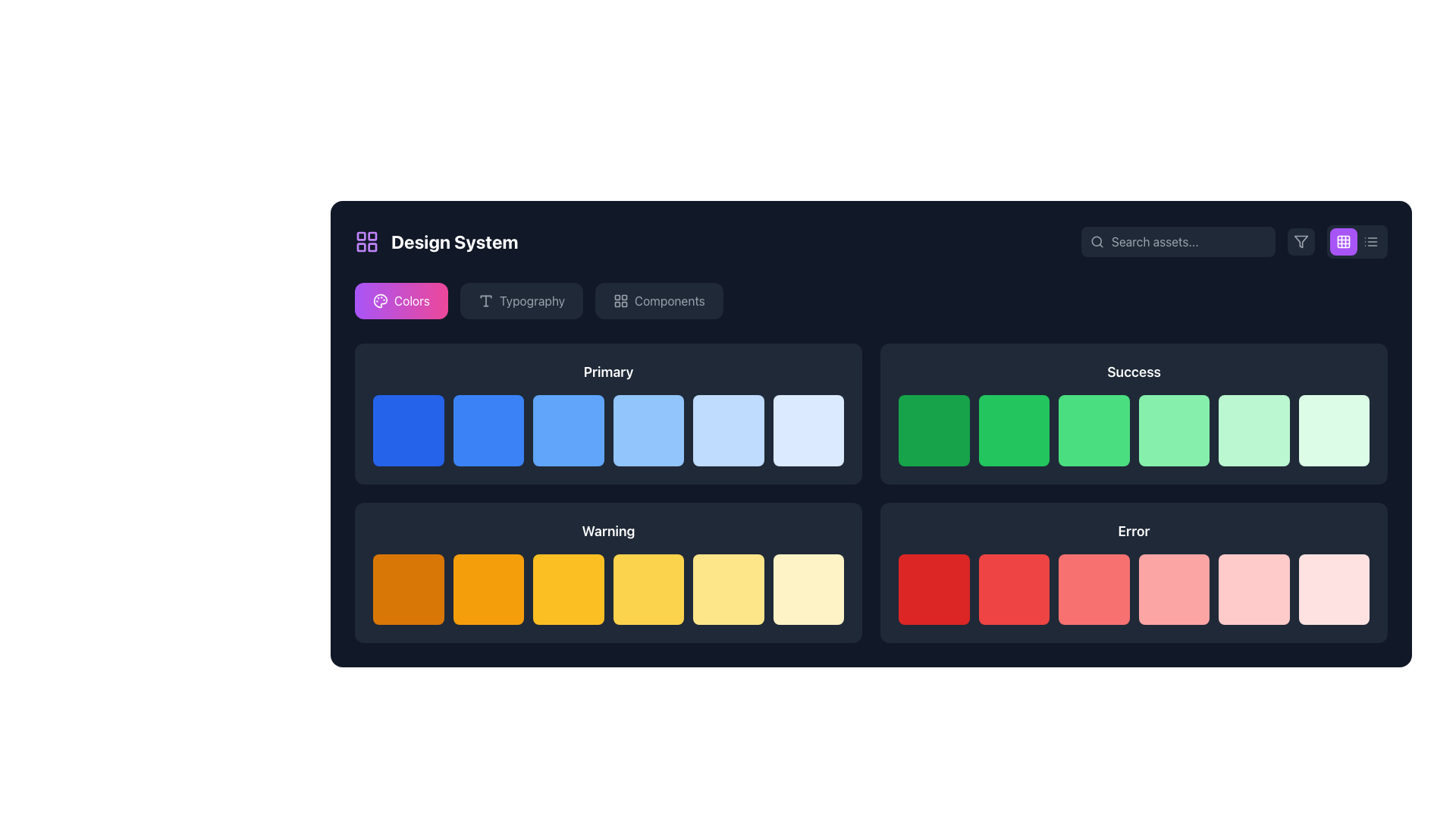  Describe the element at coordinates (1094, 588) in the screenshot. I see `the interactive color swatch with a light red background, located under the 'Error' section` at that location.